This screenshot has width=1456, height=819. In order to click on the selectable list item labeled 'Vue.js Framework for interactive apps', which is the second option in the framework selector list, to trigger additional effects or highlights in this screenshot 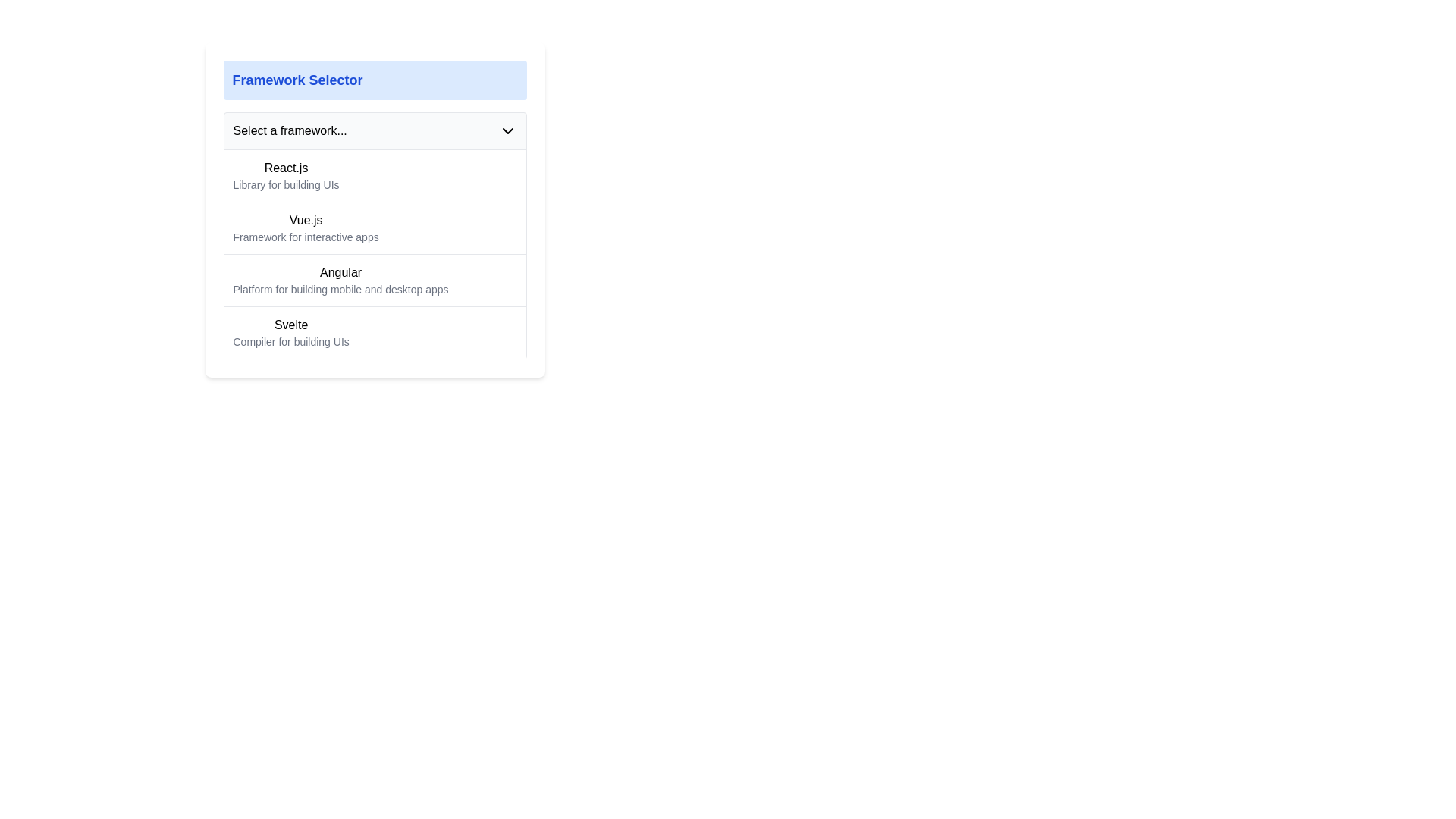, I will do `click(375, 210)`.